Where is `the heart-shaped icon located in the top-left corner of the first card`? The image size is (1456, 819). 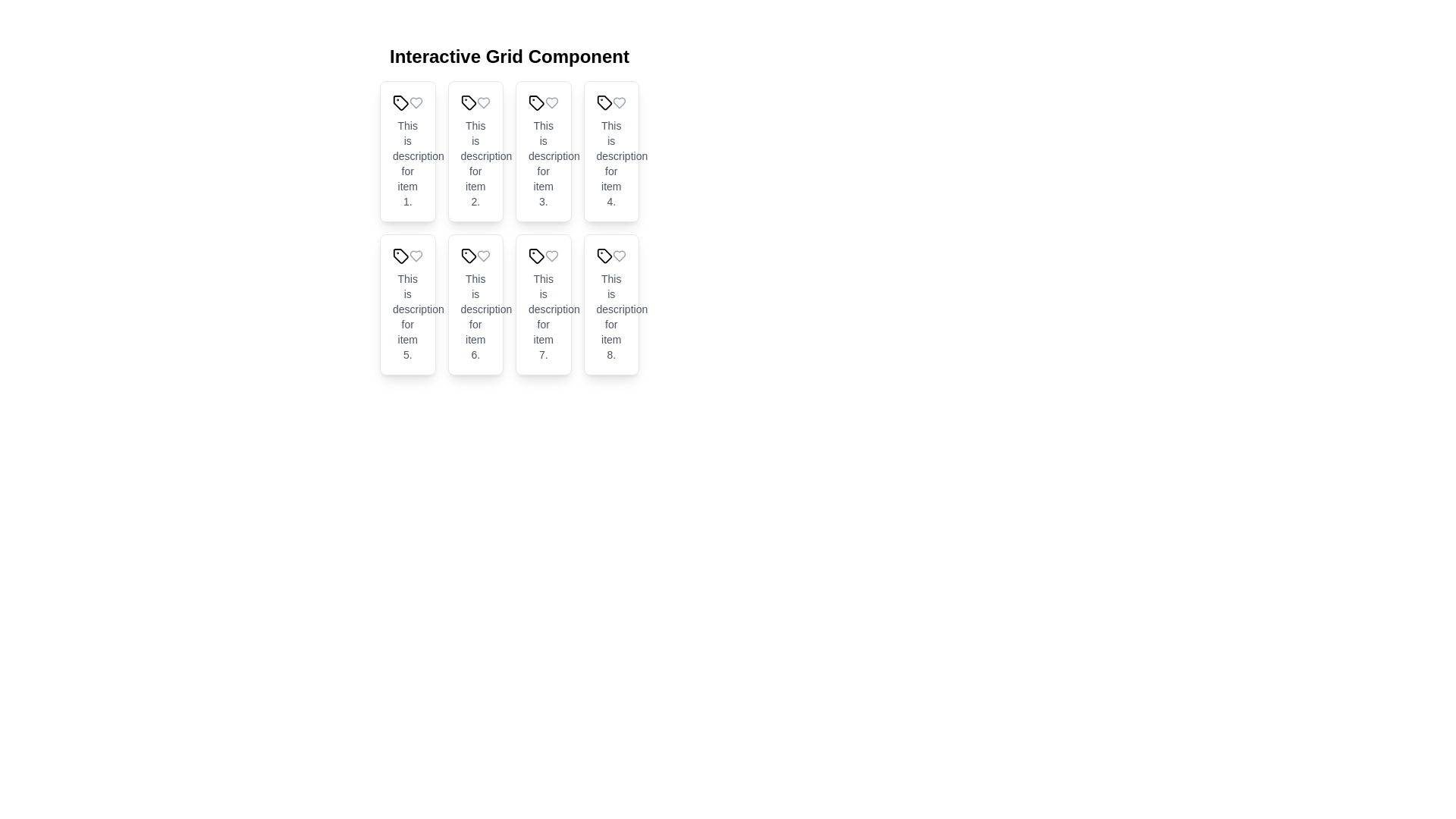
the heart-shaped icon located in the top-left corner of the first card is located at coordinates (416, 102).